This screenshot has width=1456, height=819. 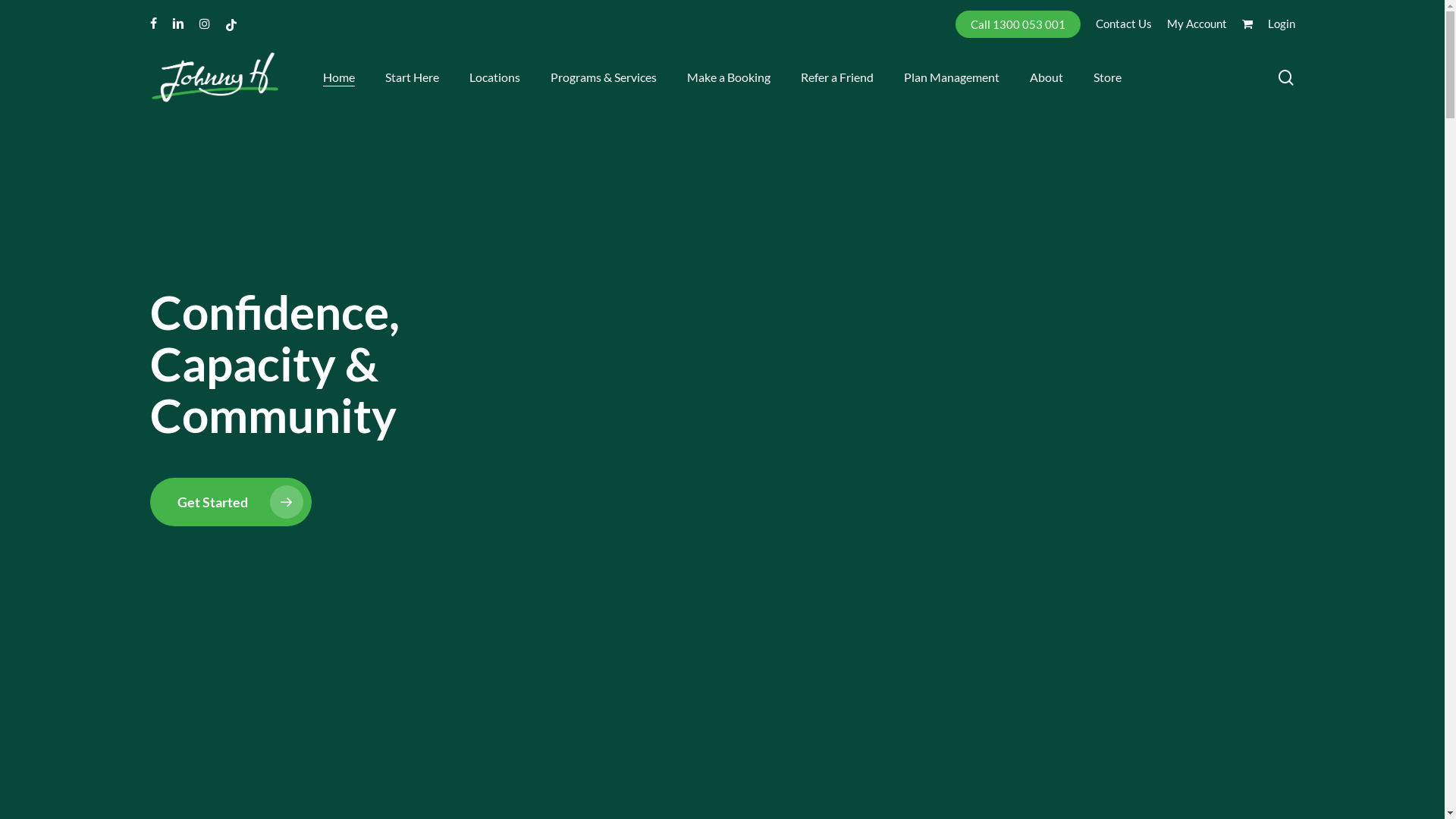 What do you see at coordinates (1046, 77) in the screenshot?
I see `'About'` at bounding box center [1046, 77].